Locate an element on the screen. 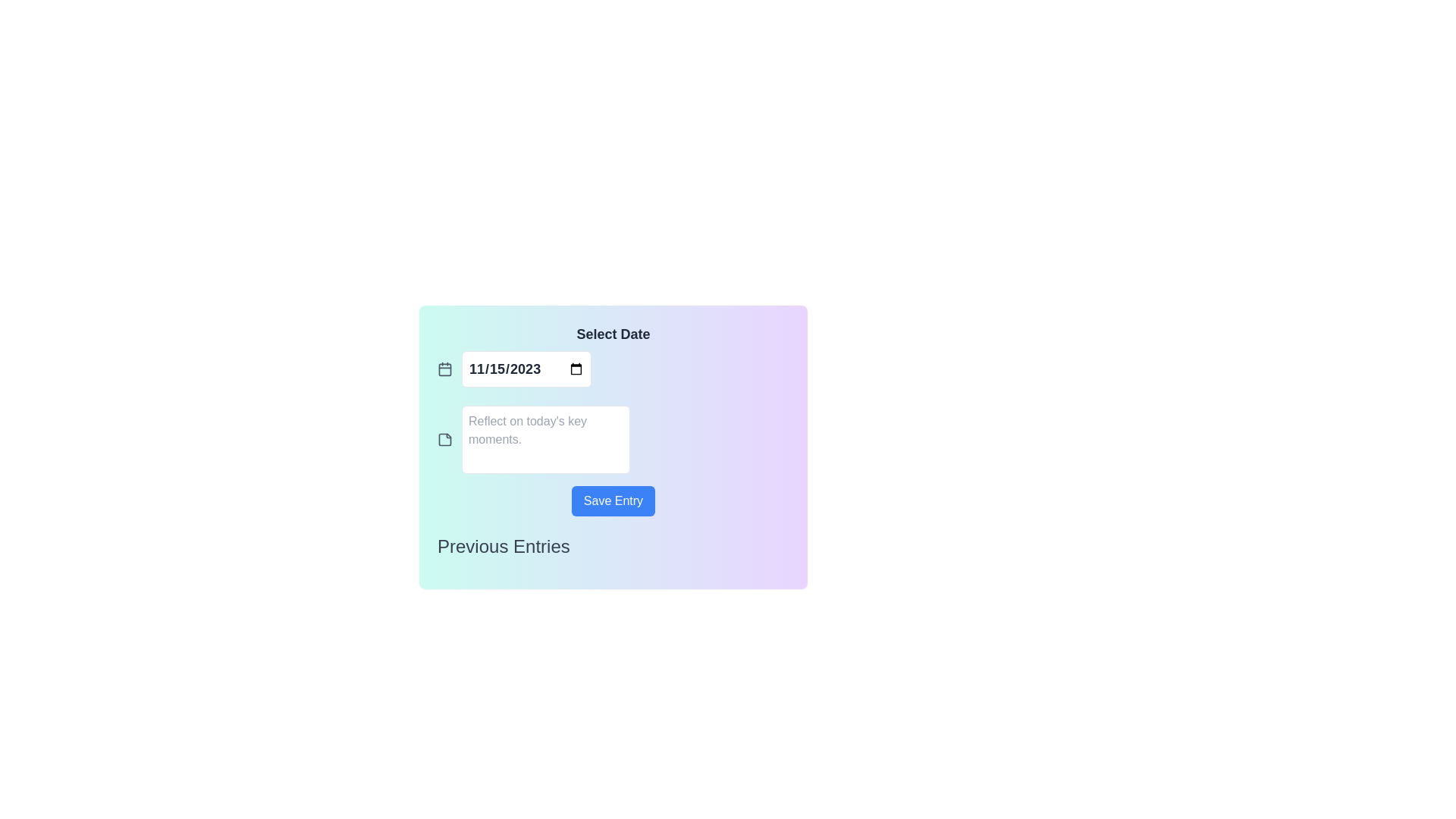  the submit button located below the text area and above the 'Previous Entries' label is located at coordinates (613, 500).